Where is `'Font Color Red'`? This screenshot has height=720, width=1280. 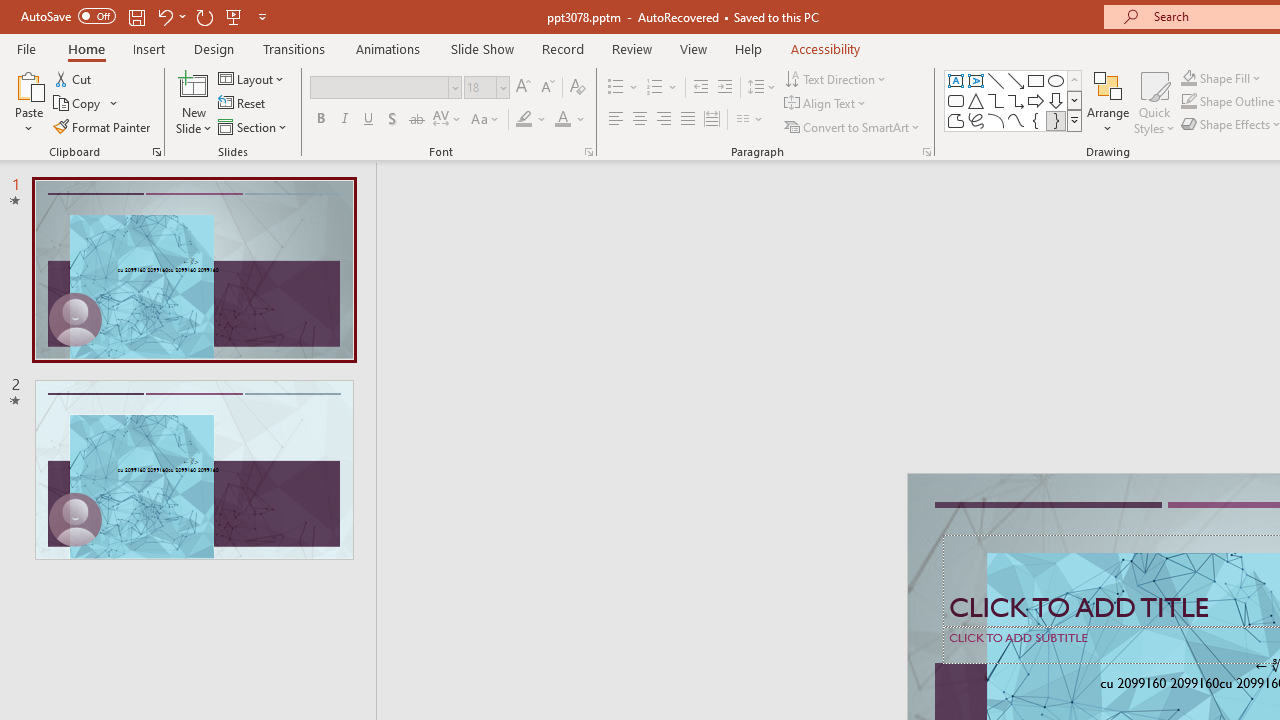
'Font Color Red' is located at coordinates (561, 119).